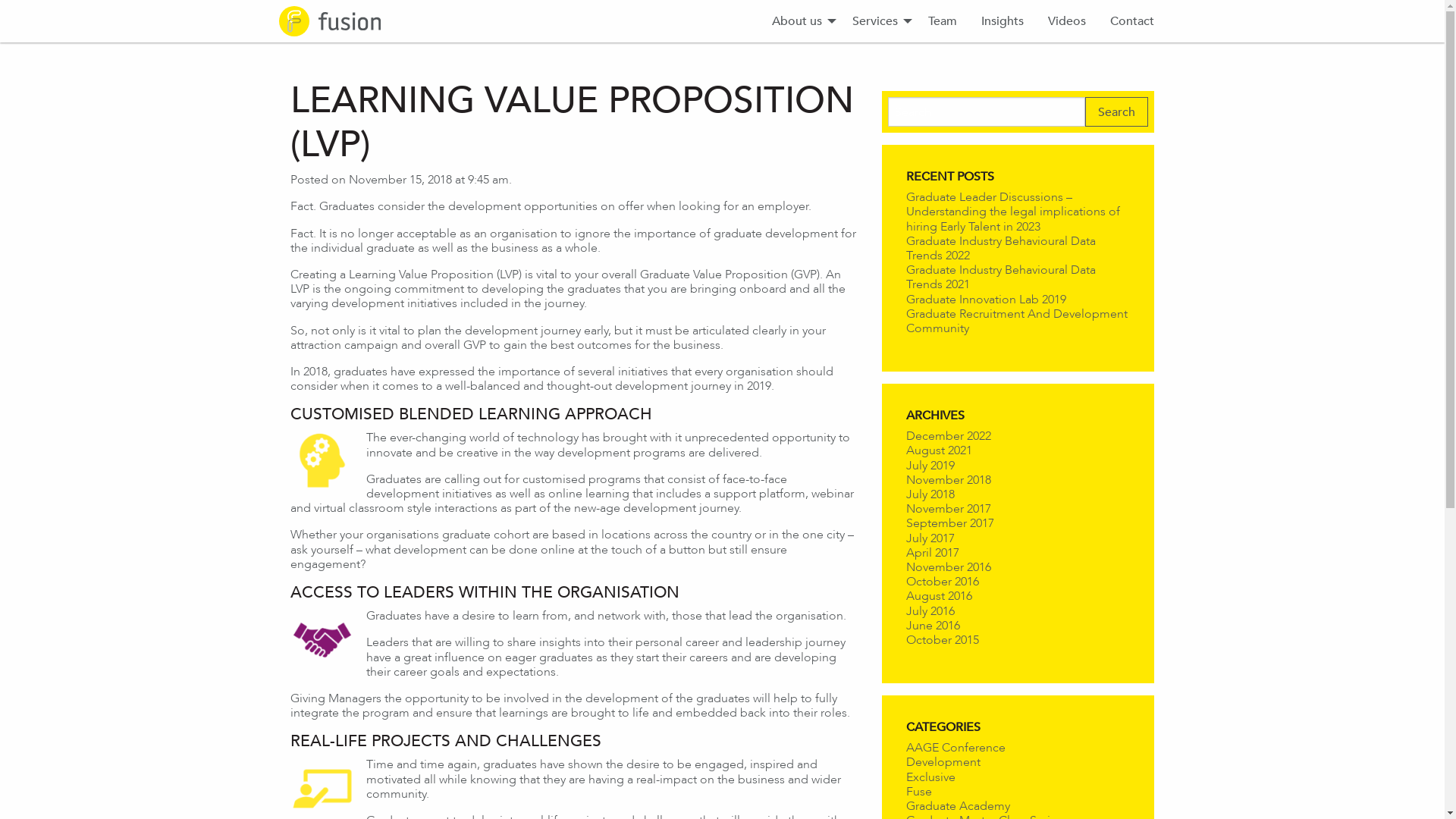 This screenshot has height=819, width=1456. Describe the element at coordinates (905, 639) in the screenshot. I see `'October 2015'` at that location.